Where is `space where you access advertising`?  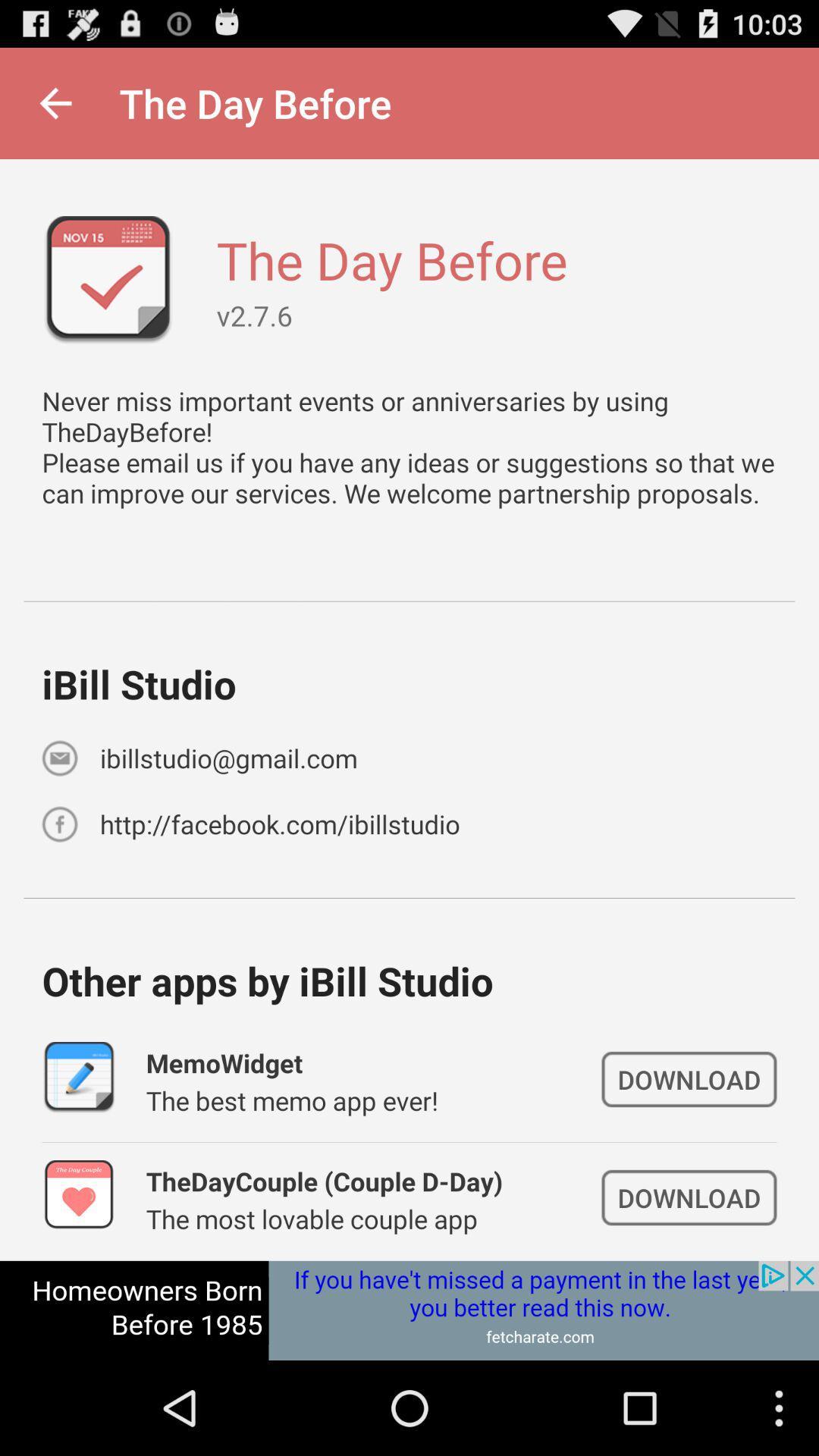 space where you access advertising is located at coordinates (409, 1310).